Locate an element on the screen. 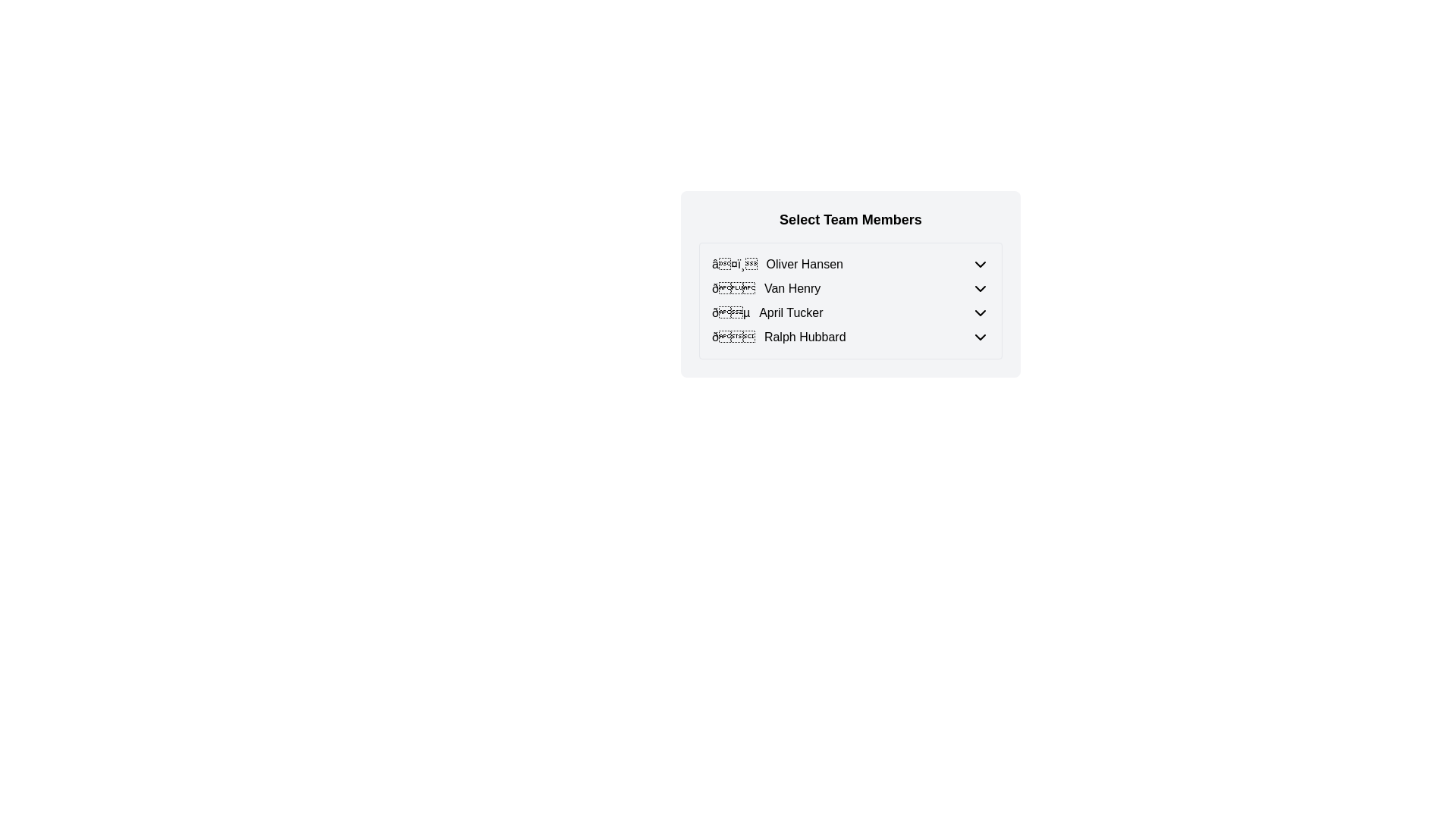  the third list item with a dropdown toggle for 'April Tucker' is located at coordinates (851, 312).